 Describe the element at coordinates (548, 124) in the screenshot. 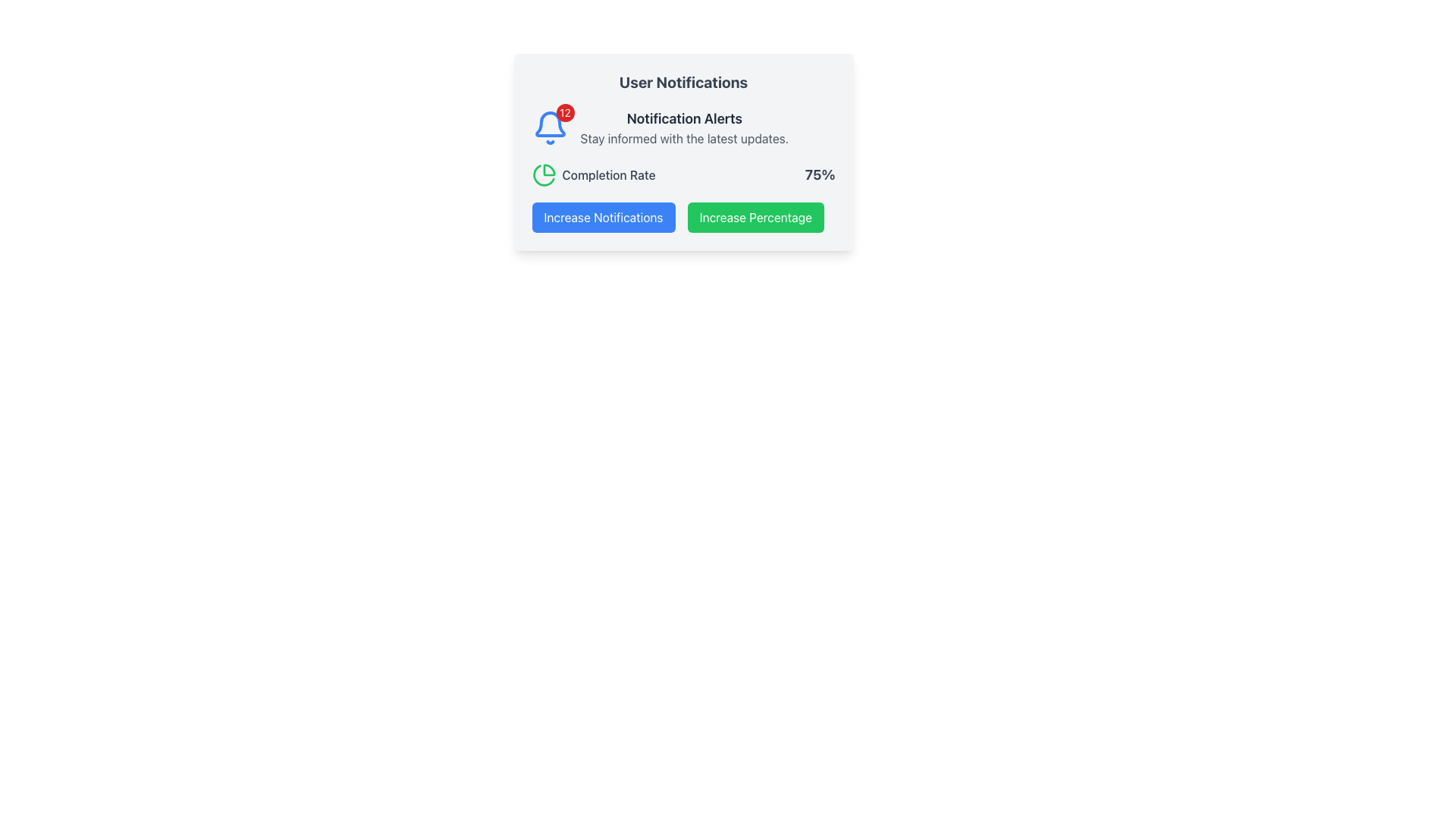

I see `the notification icon representing the bell outline, which signifies notification alerts, as part of the notification system` at that location.